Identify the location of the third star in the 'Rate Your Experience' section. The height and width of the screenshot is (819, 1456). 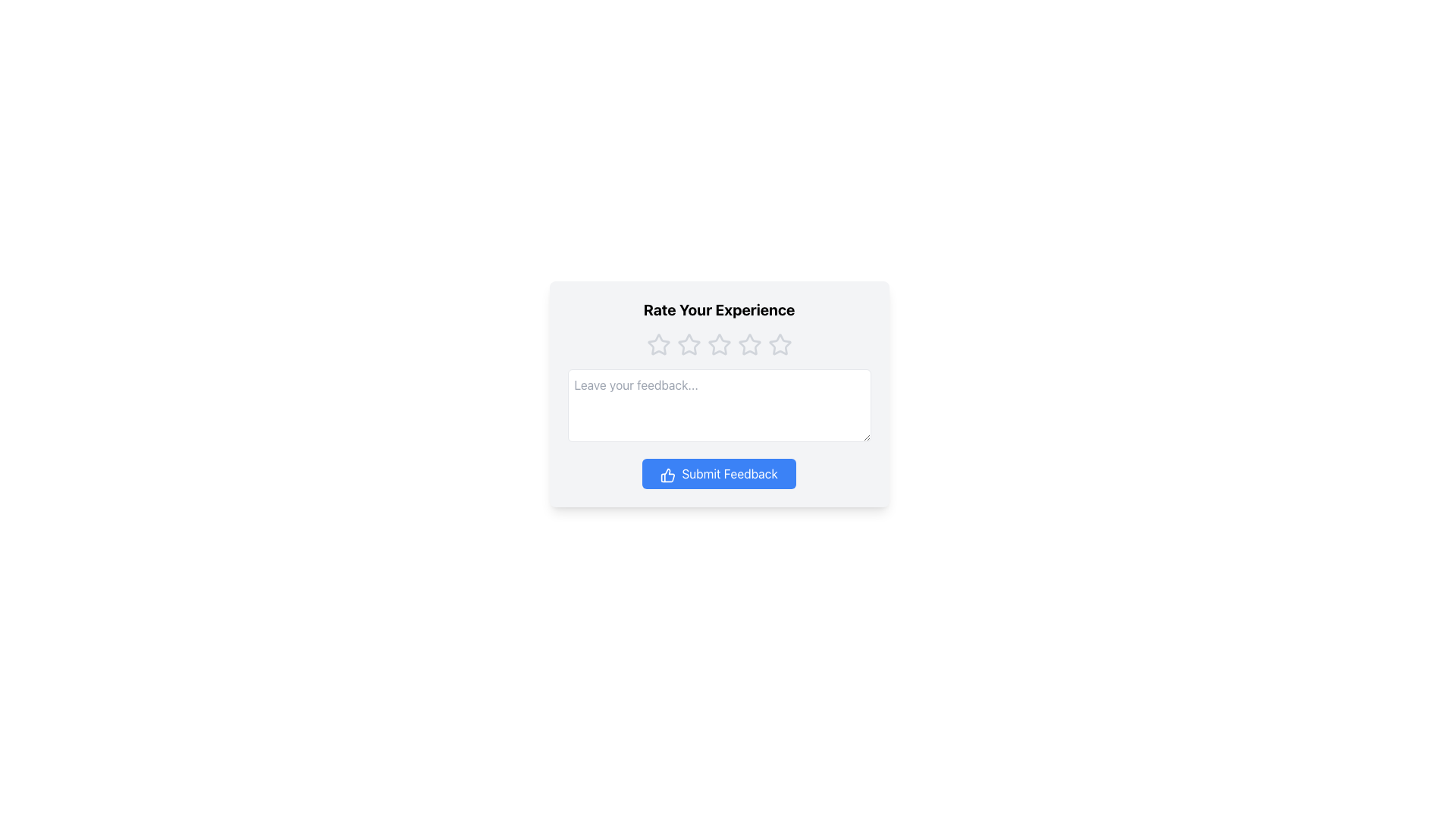
(718, 344).